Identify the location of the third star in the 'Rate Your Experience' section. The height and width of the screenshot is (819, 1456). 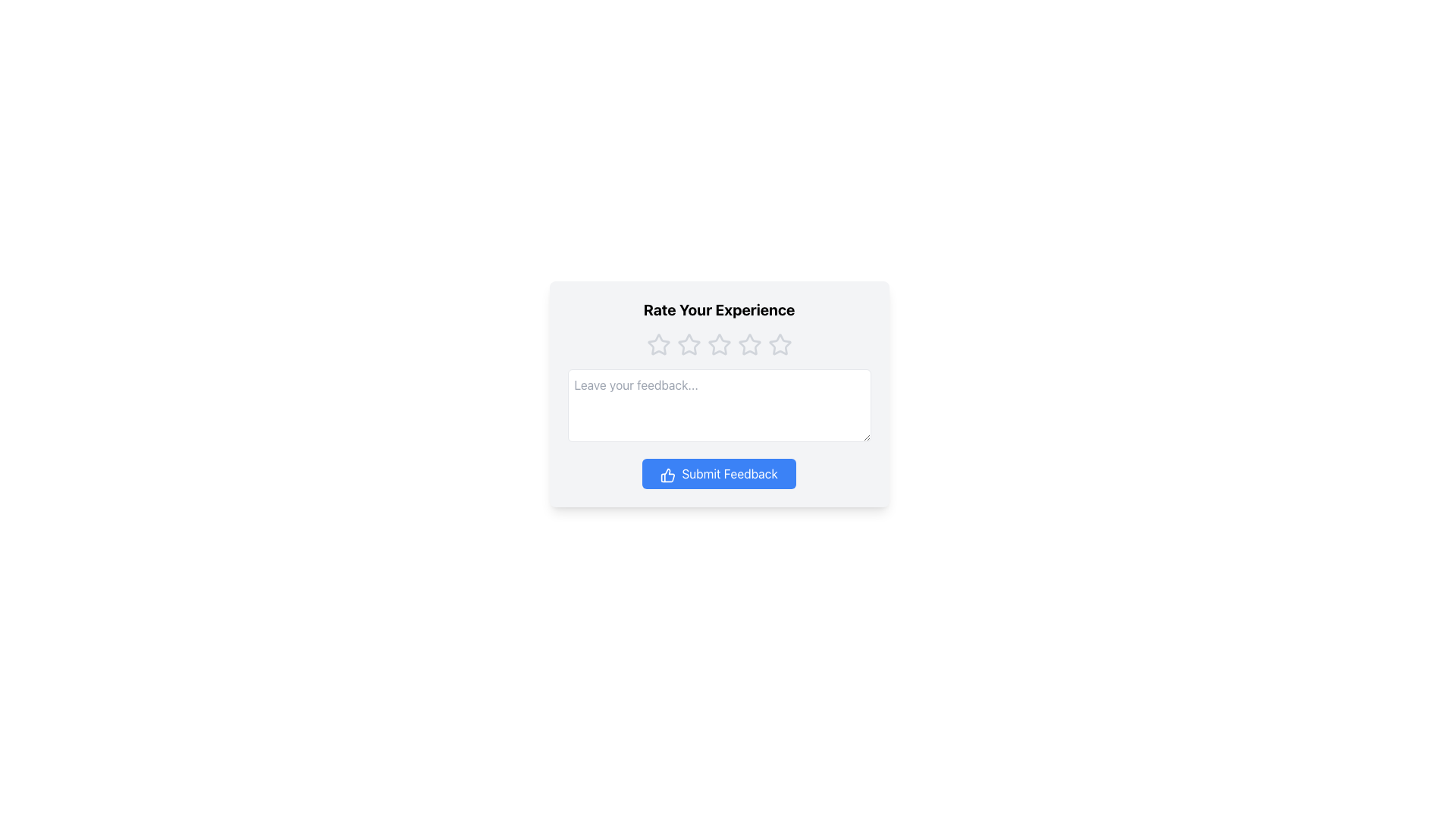
(718, 344).